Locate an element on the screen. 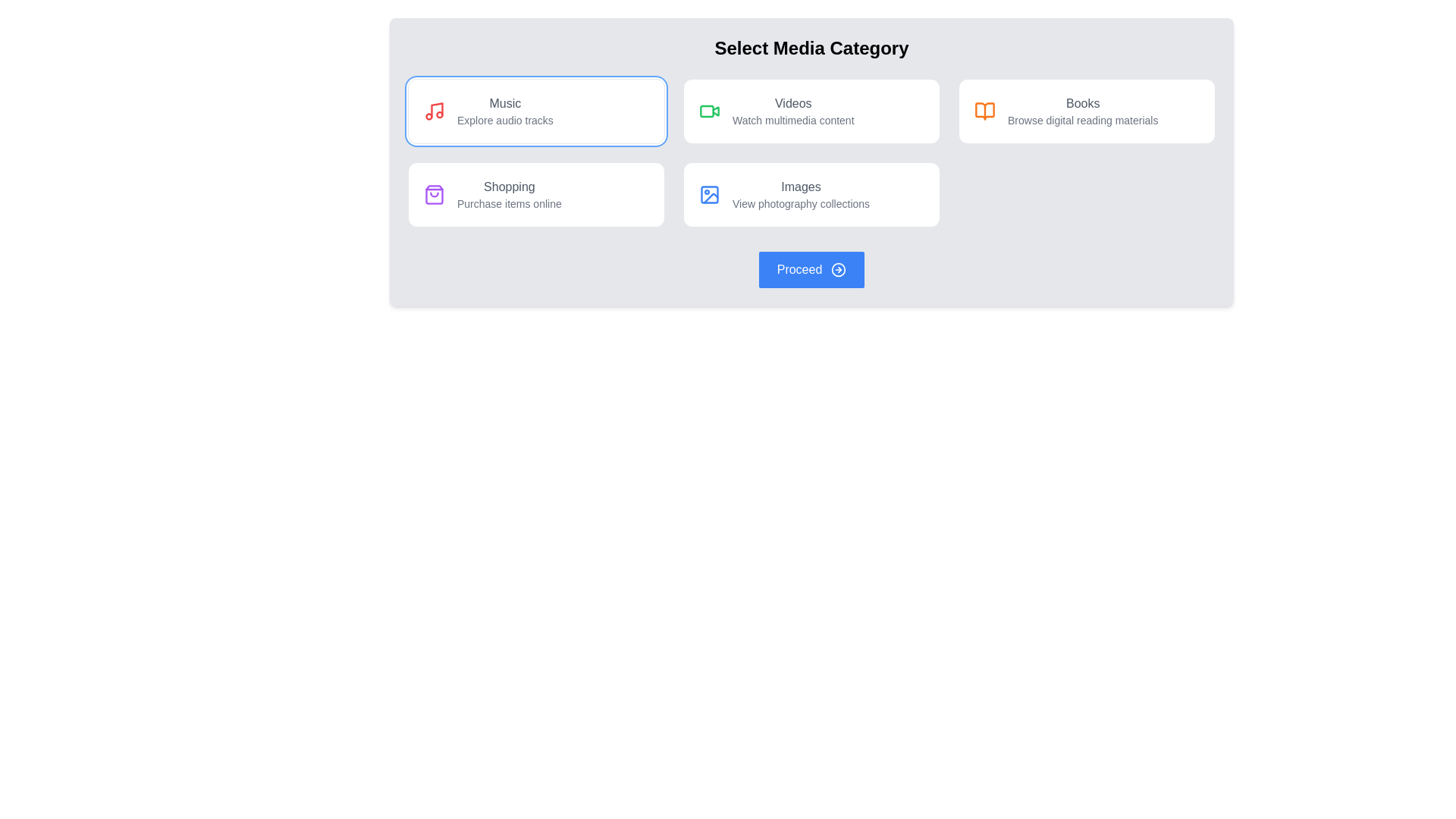  the second card in the grid layout is located at coordinates (811, 110).